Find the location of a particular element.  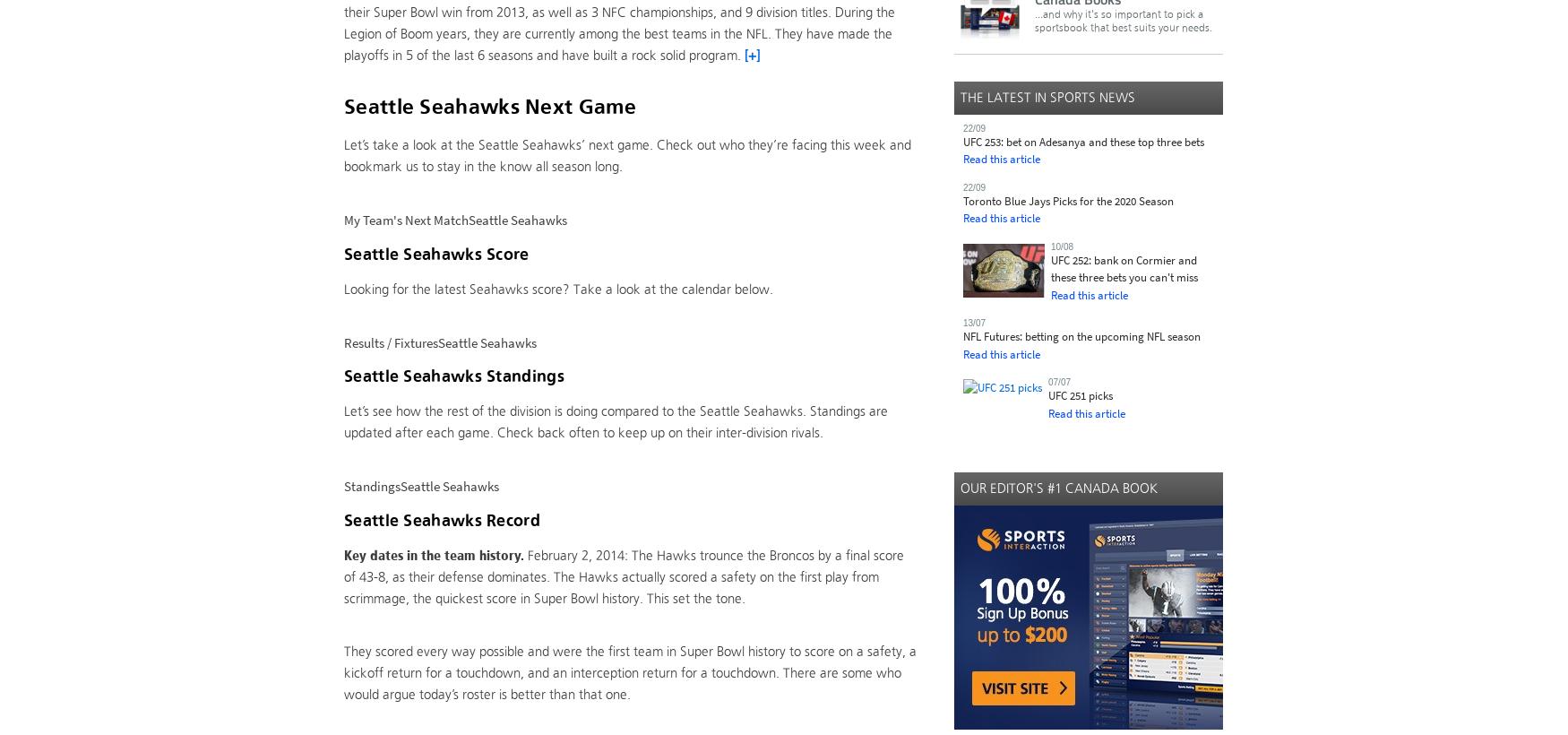

'Our Editor's #1 Canada Book' is located at coordinates (1057, 487).